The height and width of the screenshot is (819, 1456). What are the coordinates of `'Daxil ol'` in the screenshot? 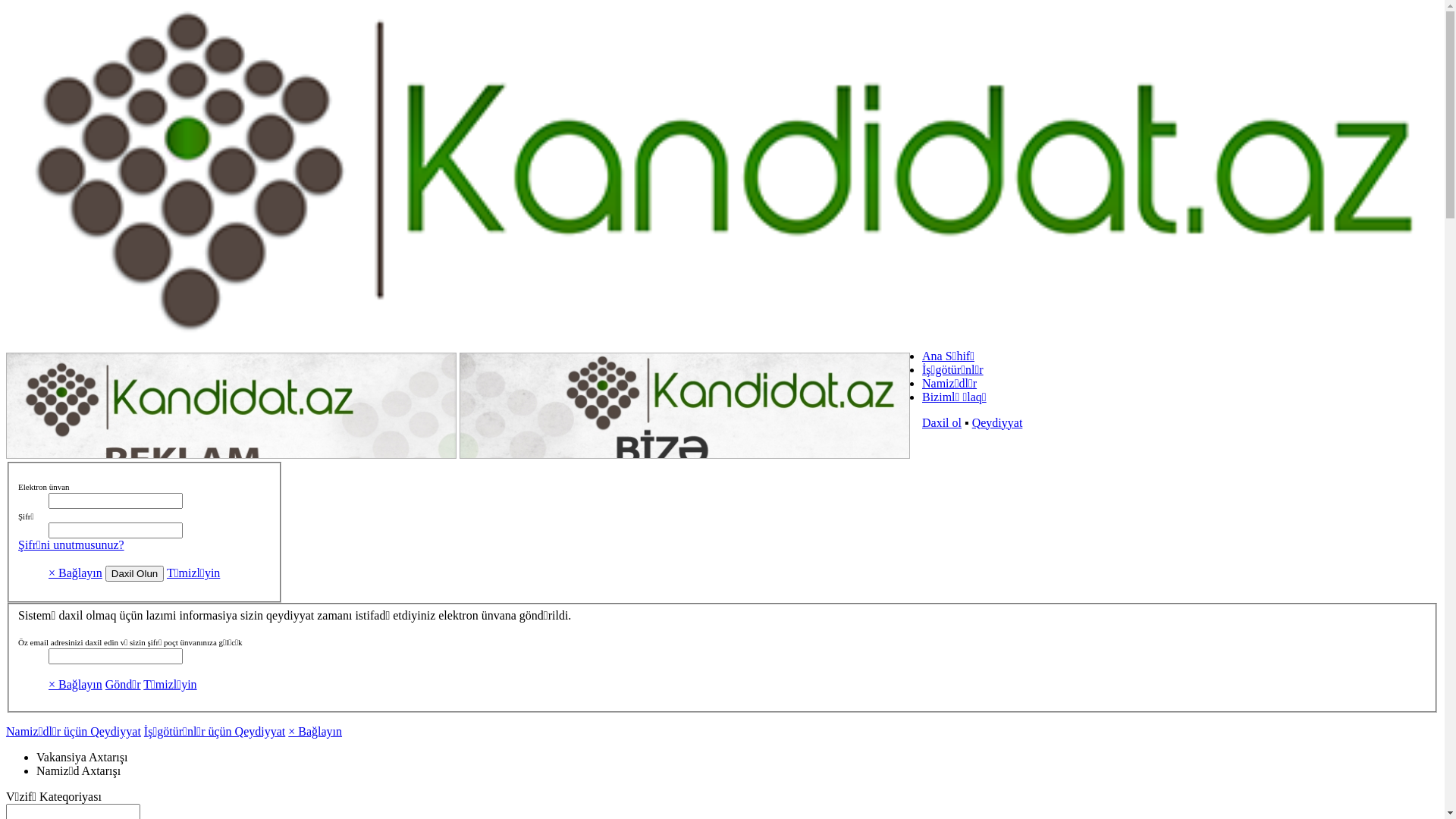 It's located at (941, 422).